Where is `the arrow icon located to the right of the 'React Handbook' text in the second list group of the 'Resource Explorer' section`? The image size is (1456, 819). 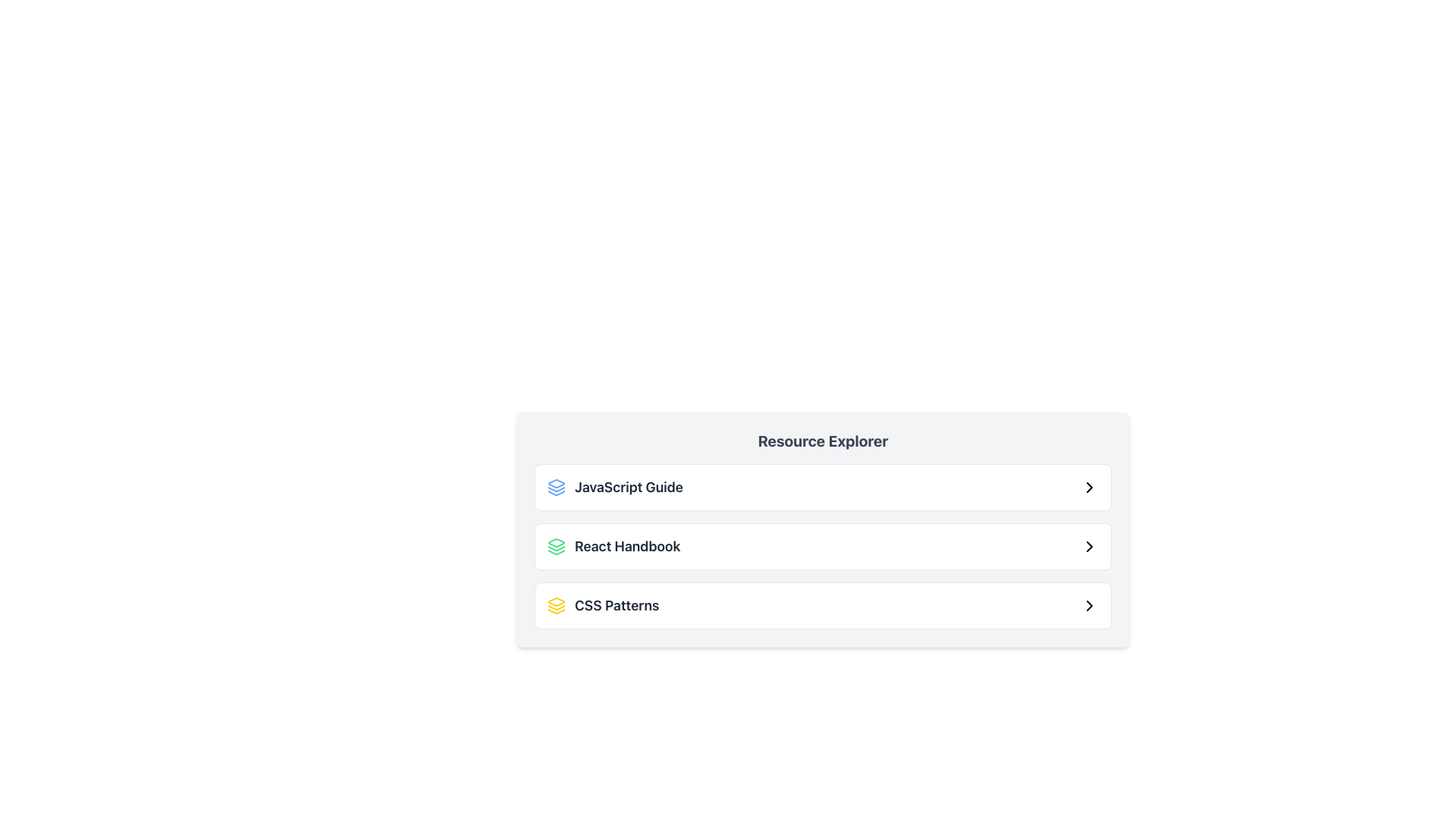
the arrow icon located to the right of the 'React Handbook' text in the second list group of the 'Resource Explorer' section is located at coordinates (1088, 547).